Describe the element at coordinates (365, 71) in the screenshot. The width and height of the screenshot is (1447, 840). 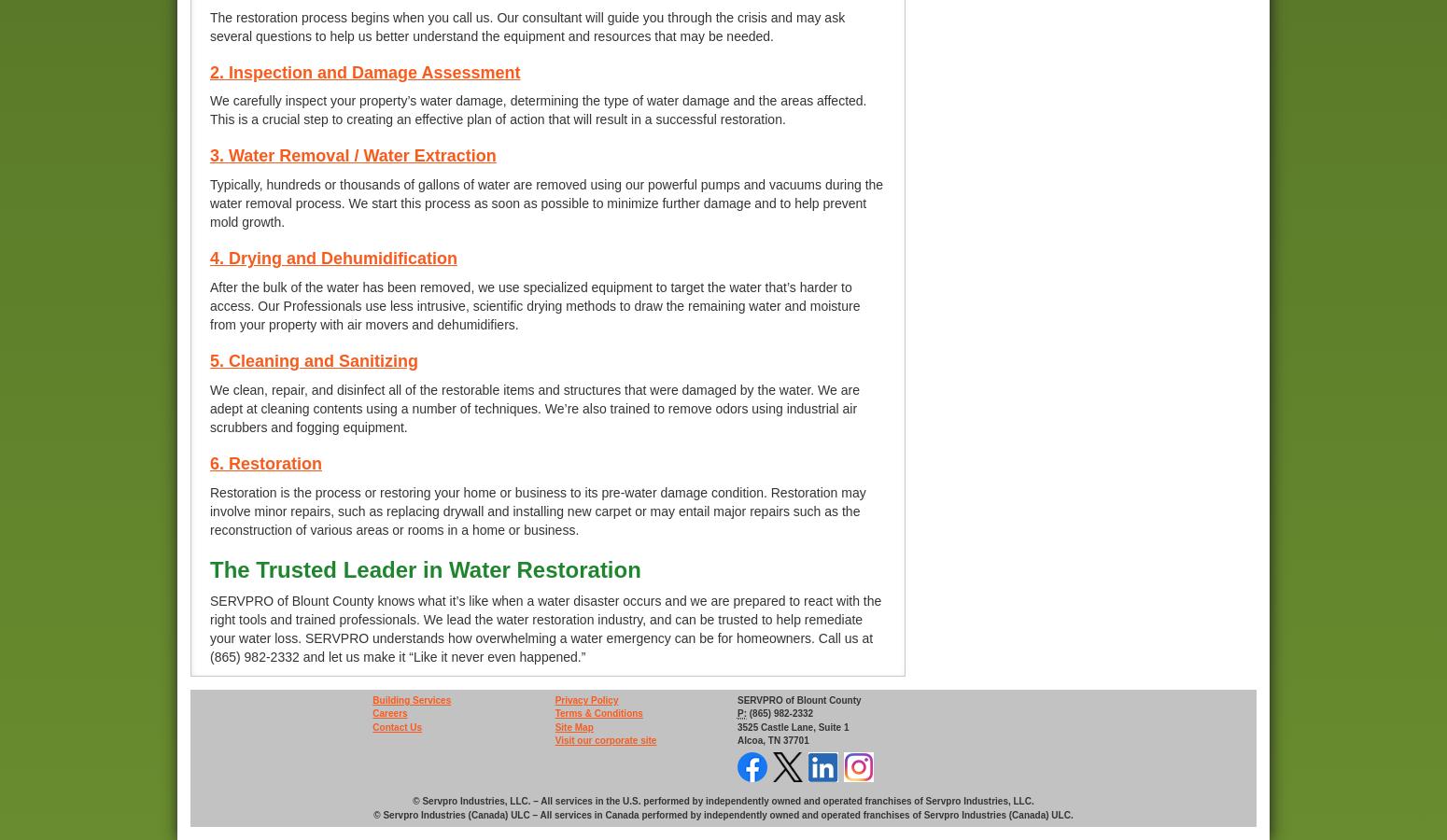
I see `'2. Inspection and Damage Assessment'` at that location.